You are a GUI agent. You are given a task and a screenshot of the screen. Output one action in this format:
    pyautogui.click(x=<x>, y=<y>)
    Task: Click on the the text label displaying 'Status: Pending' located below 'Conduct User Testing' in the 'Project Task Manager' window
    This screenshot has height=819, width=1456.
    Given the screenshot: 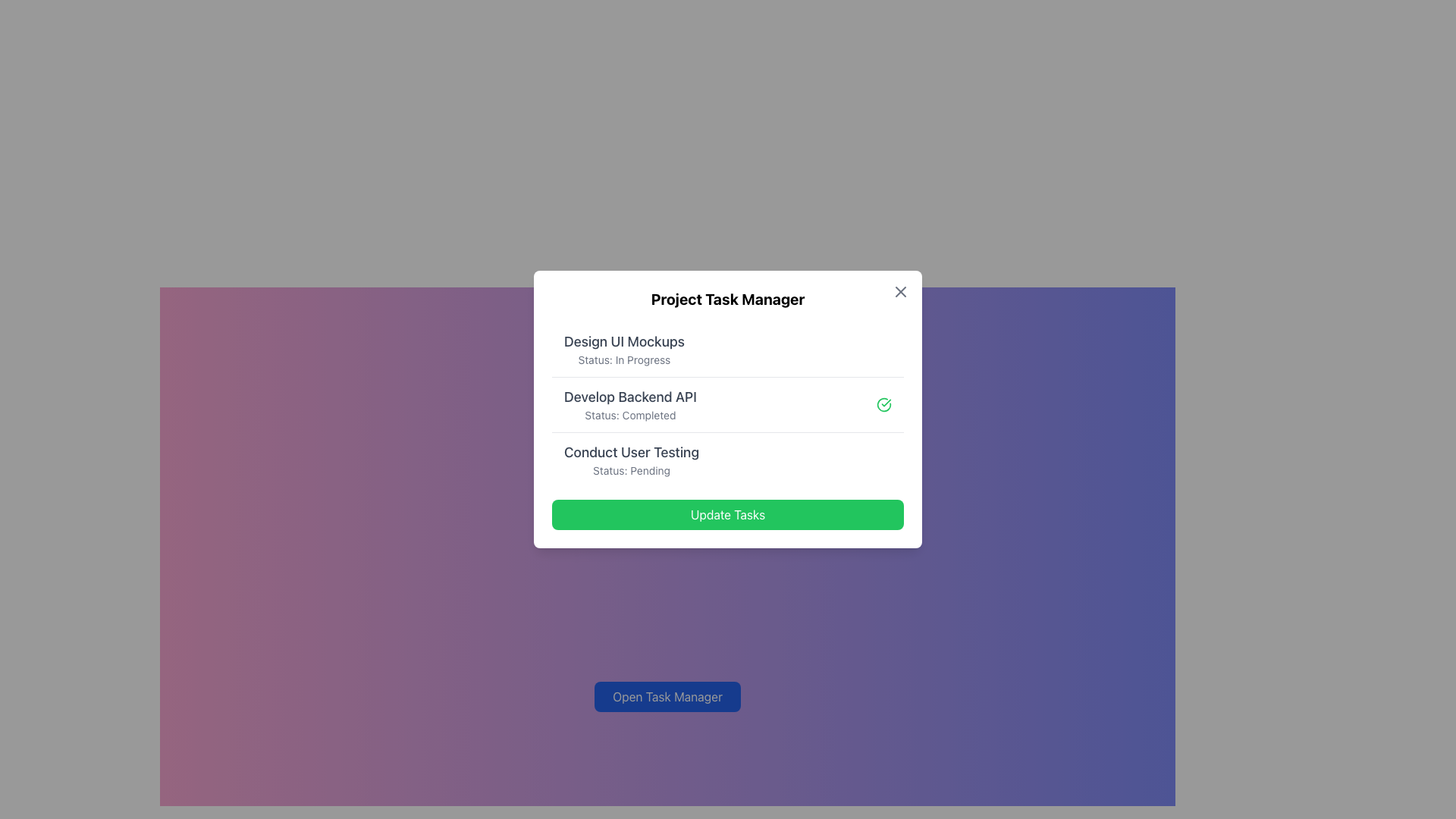 What is the action you would take?
    pyautogui.click(x=632, y=470)
    